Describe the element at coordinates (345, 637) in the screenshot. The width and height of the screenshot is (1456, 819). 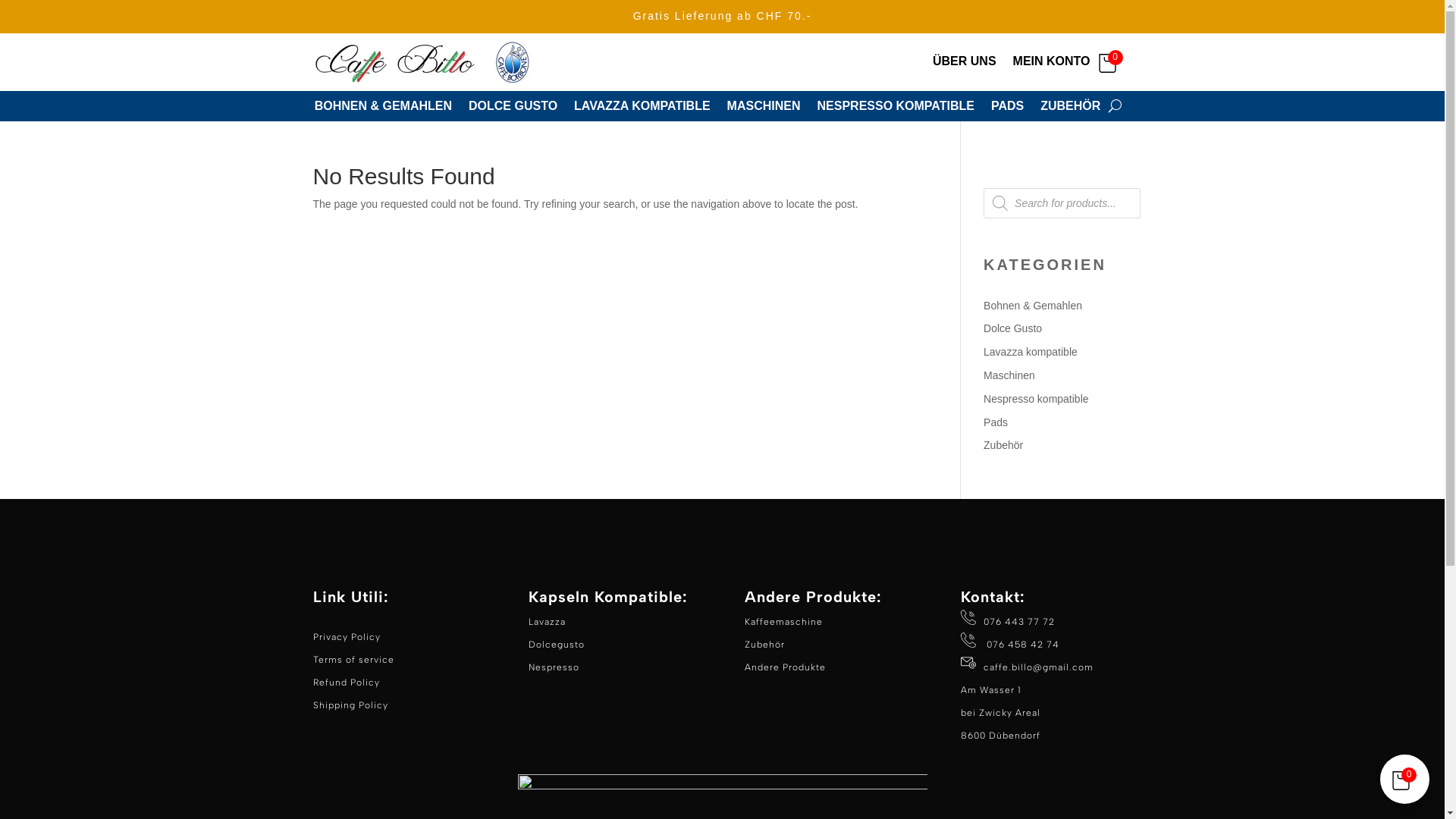
I see `'Privacy Policy'` at that location.